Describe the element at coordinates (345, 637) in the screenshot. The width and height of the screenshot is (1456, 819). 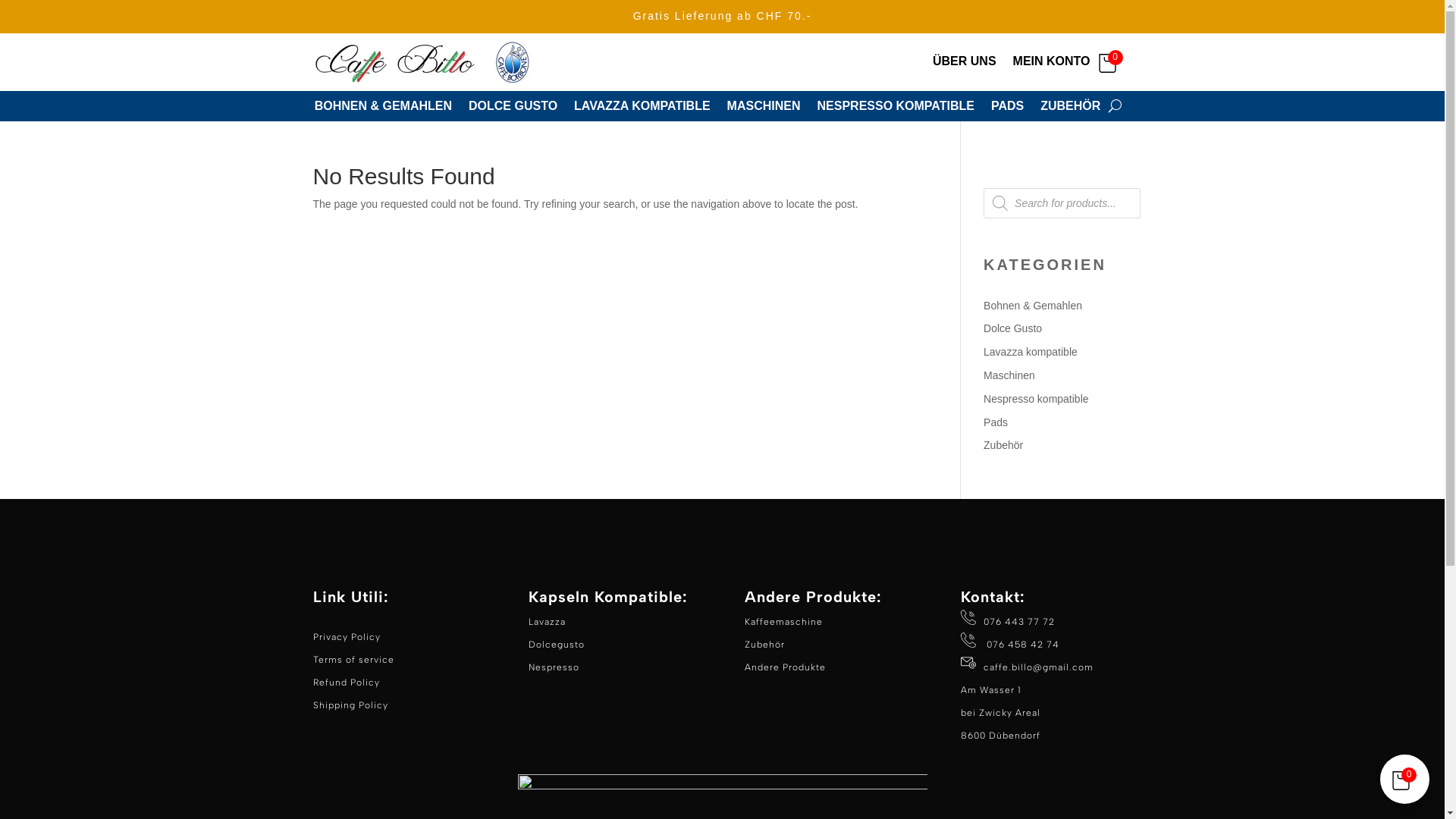
I see `'Privacy Policy'` at that location.